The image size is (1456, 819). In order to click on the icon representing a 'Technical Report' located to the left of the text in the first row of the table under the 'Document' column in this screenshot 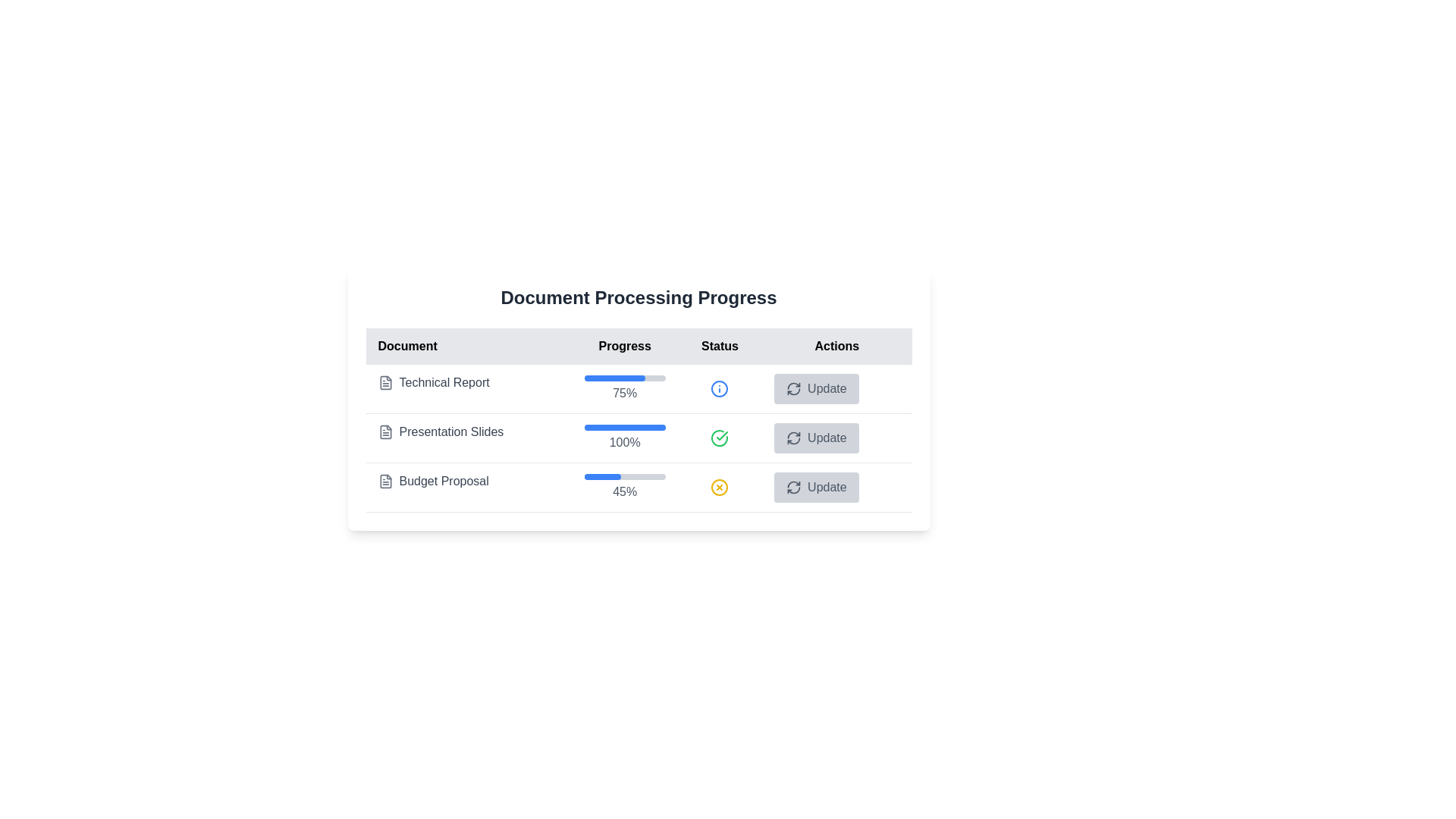, I will do `click(385, 382)`.